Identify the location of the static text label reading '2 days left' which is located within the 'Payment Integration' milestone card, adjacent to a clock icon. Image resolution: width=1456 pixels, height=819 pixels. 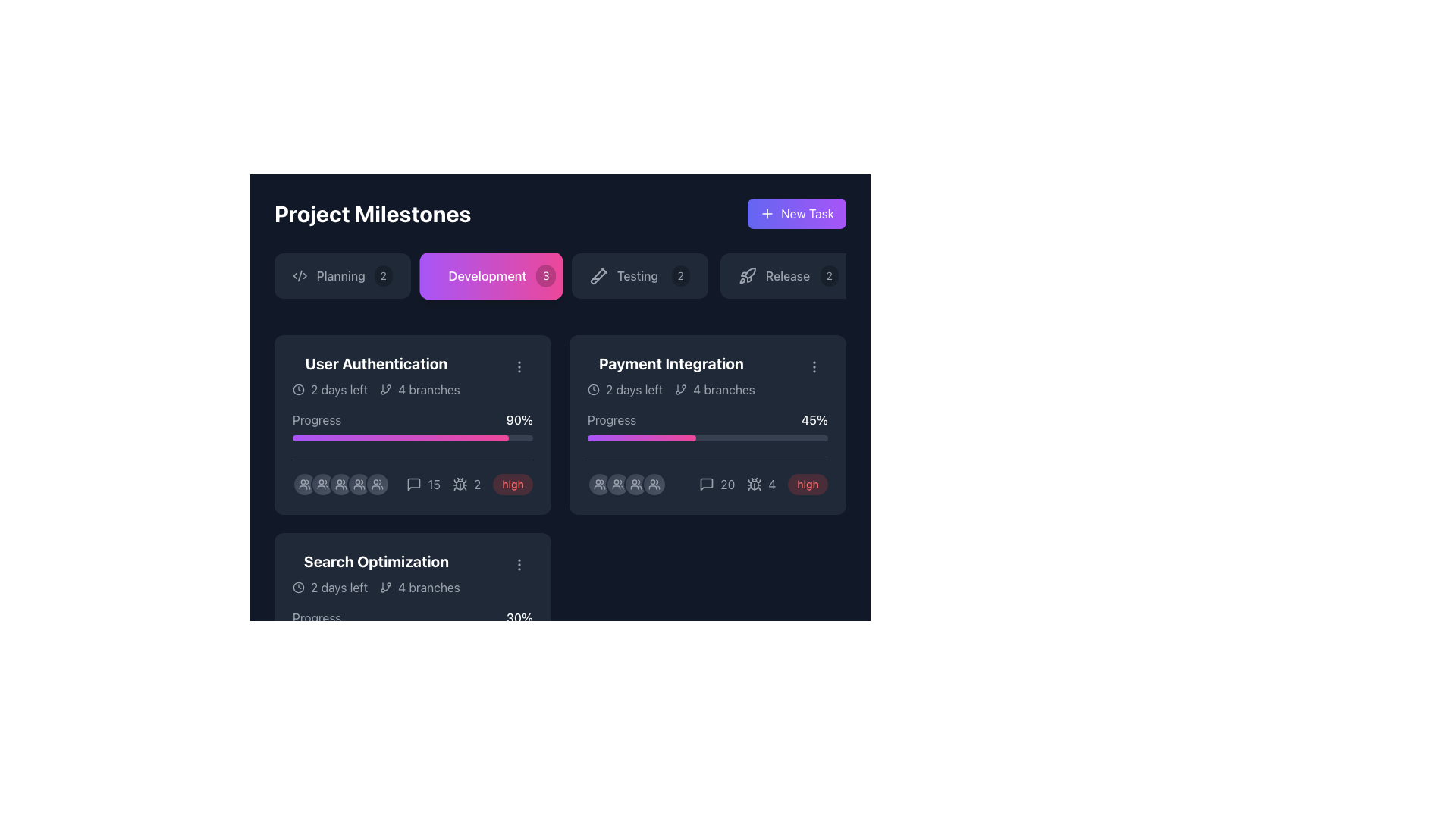
(634, 388).